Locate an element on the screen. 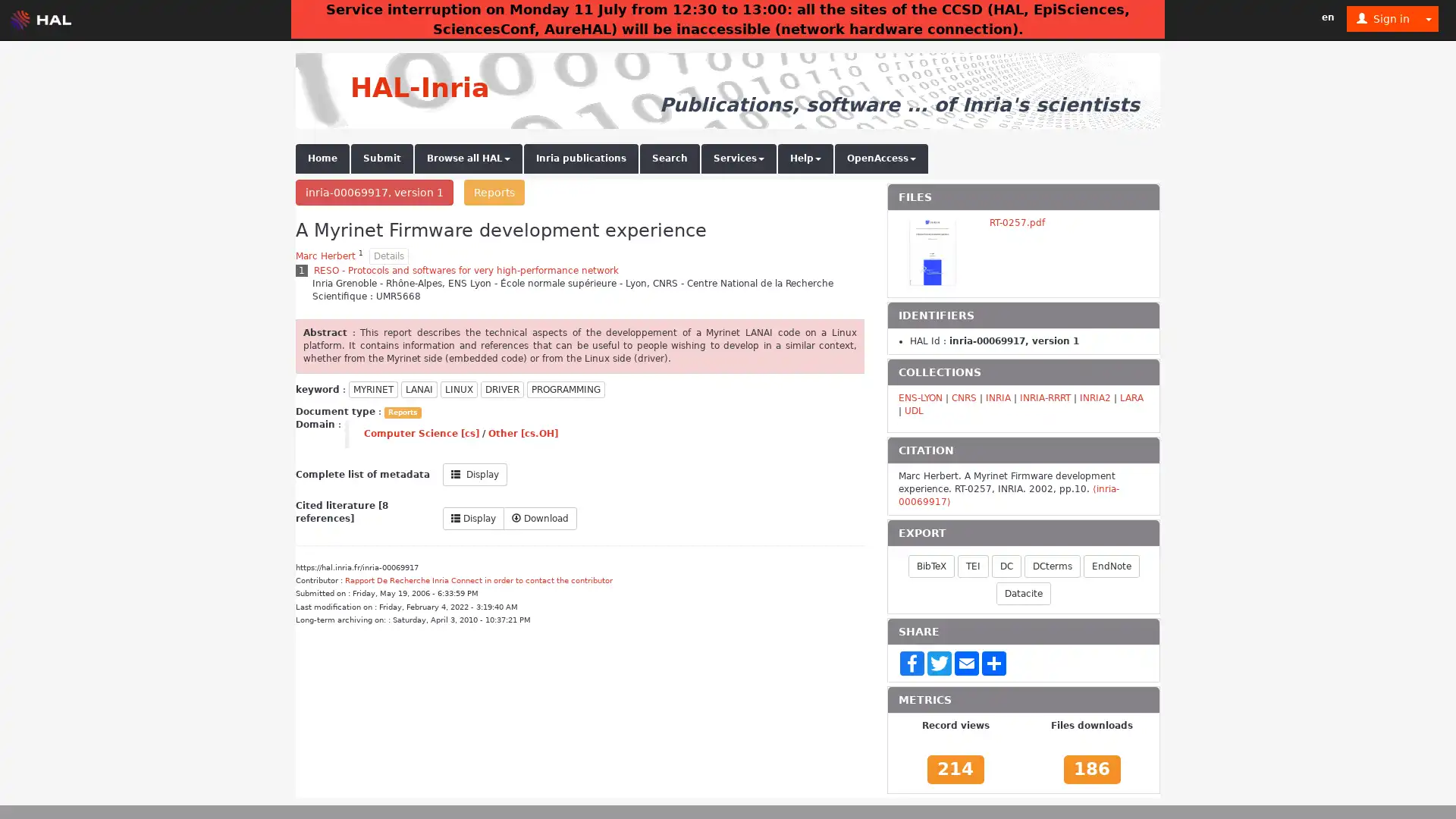 This screenshot has width=1456, height=819. DCterms is located at coordinates (1051, 565).